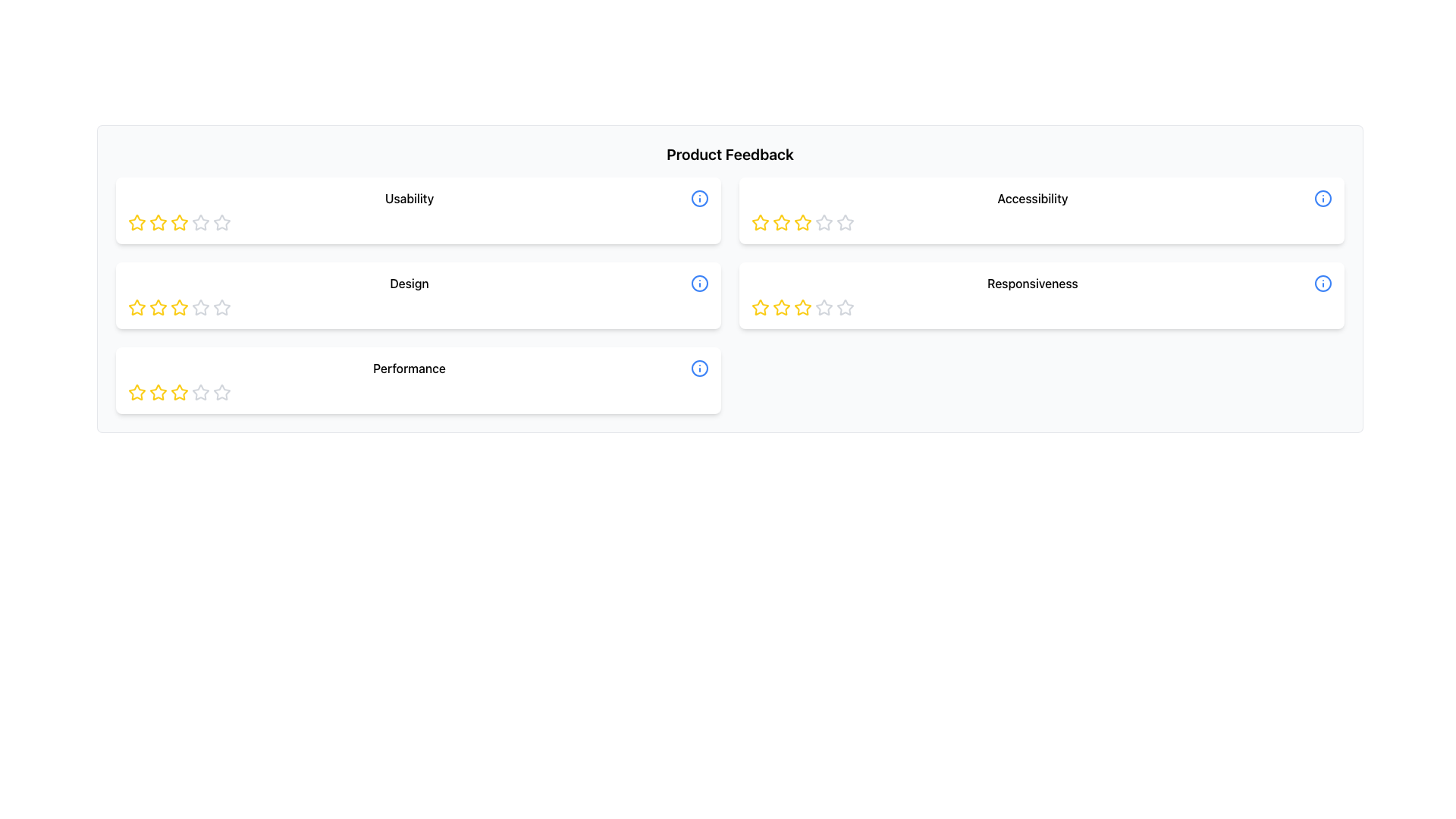 The width and height of the screenshot is (1456, 819). Describe the element at coordinates (137, 222) in the screenshot. I see `the first yellow star icon in the 'Usability' rating row to rate it` at that location.